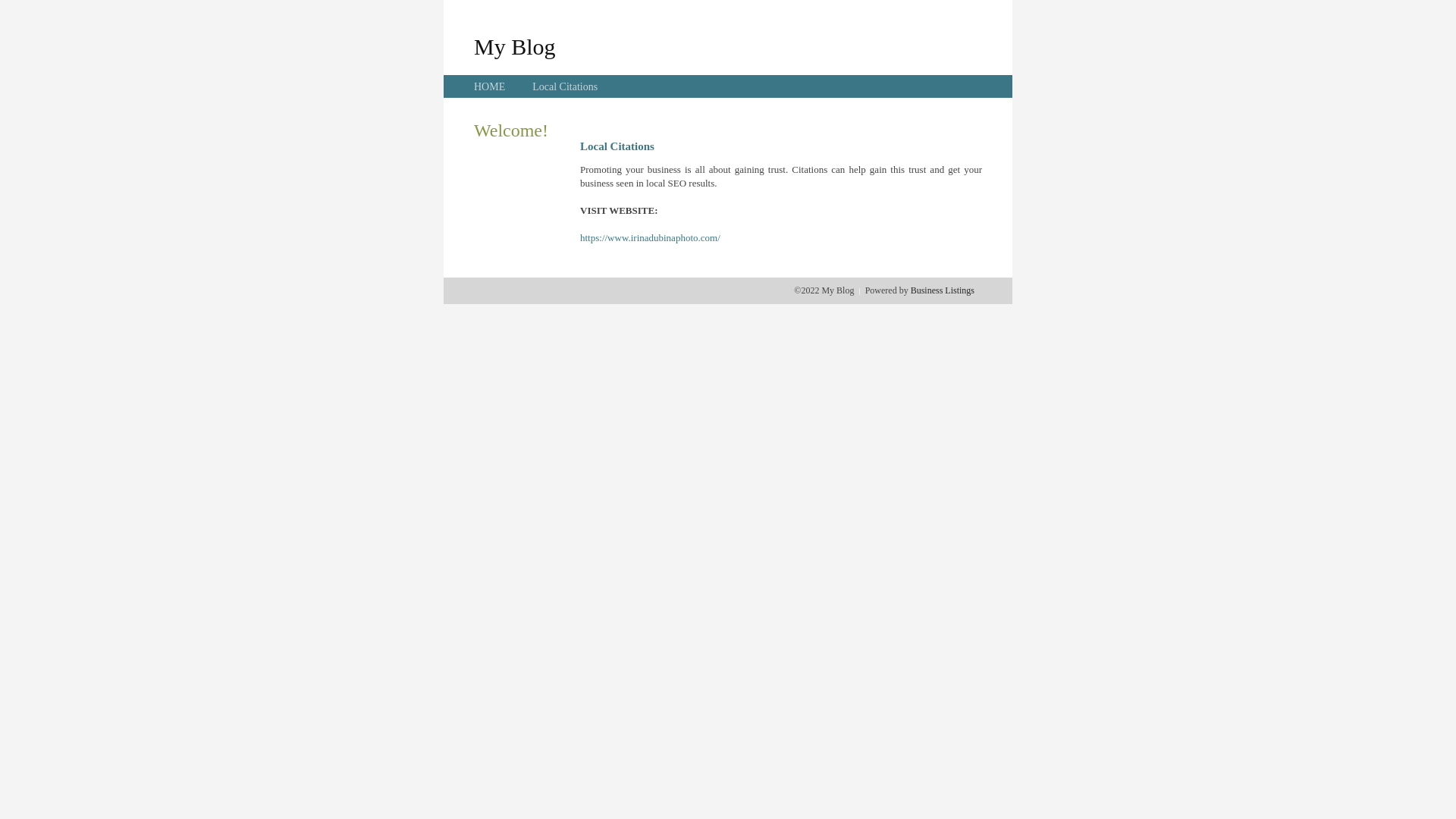 This screenshot has width=1456, height=819. Describe the element at coordinates (472, 86) in the screenshot. I see `'HOME'` at that location.